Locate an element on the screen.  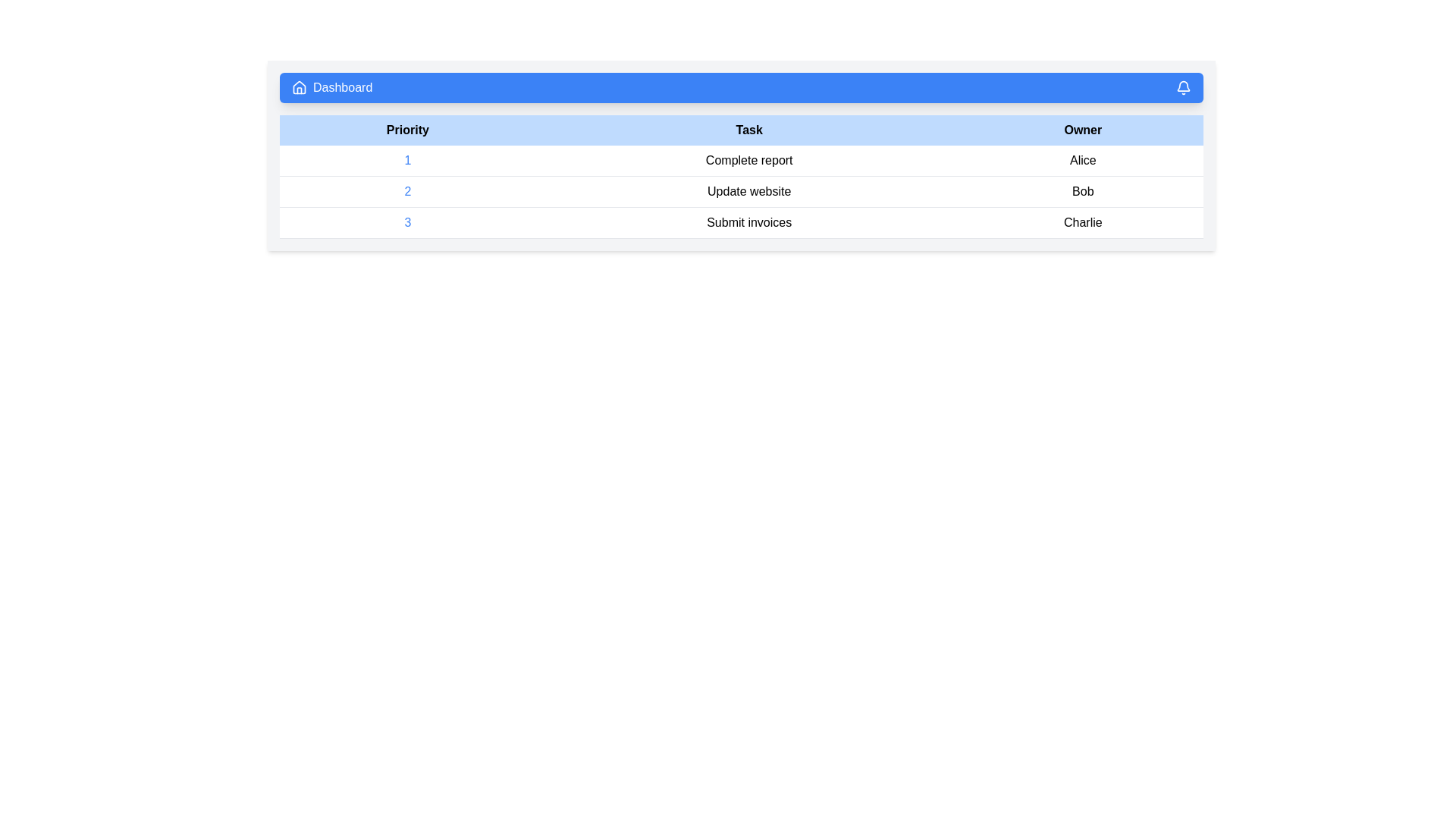
the informational text label indicating the owner associated with the 'Update website' task located in the third column of the second row is located at coordinates (1082, 191).